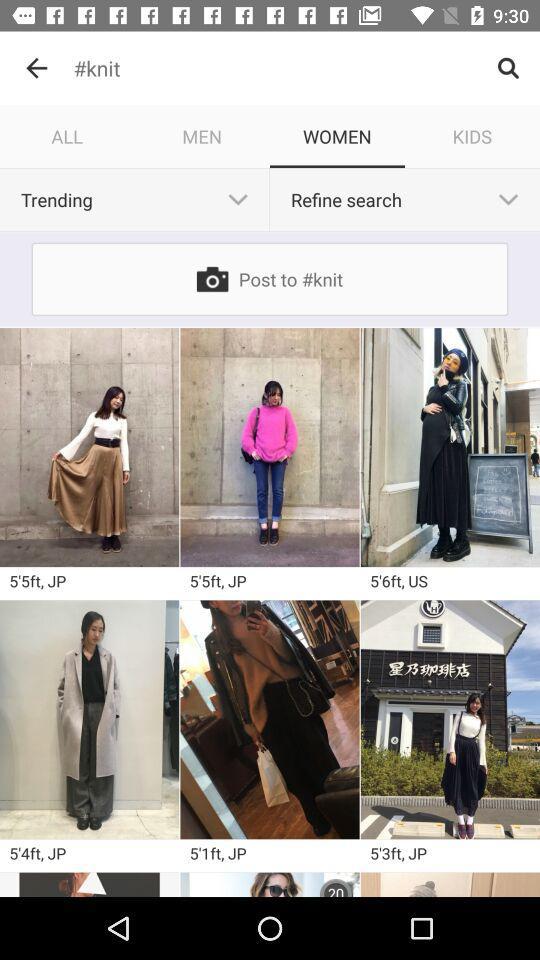  Describe the element at coordinates (88, 883) in the screenshot. I see `share the article` at that location.